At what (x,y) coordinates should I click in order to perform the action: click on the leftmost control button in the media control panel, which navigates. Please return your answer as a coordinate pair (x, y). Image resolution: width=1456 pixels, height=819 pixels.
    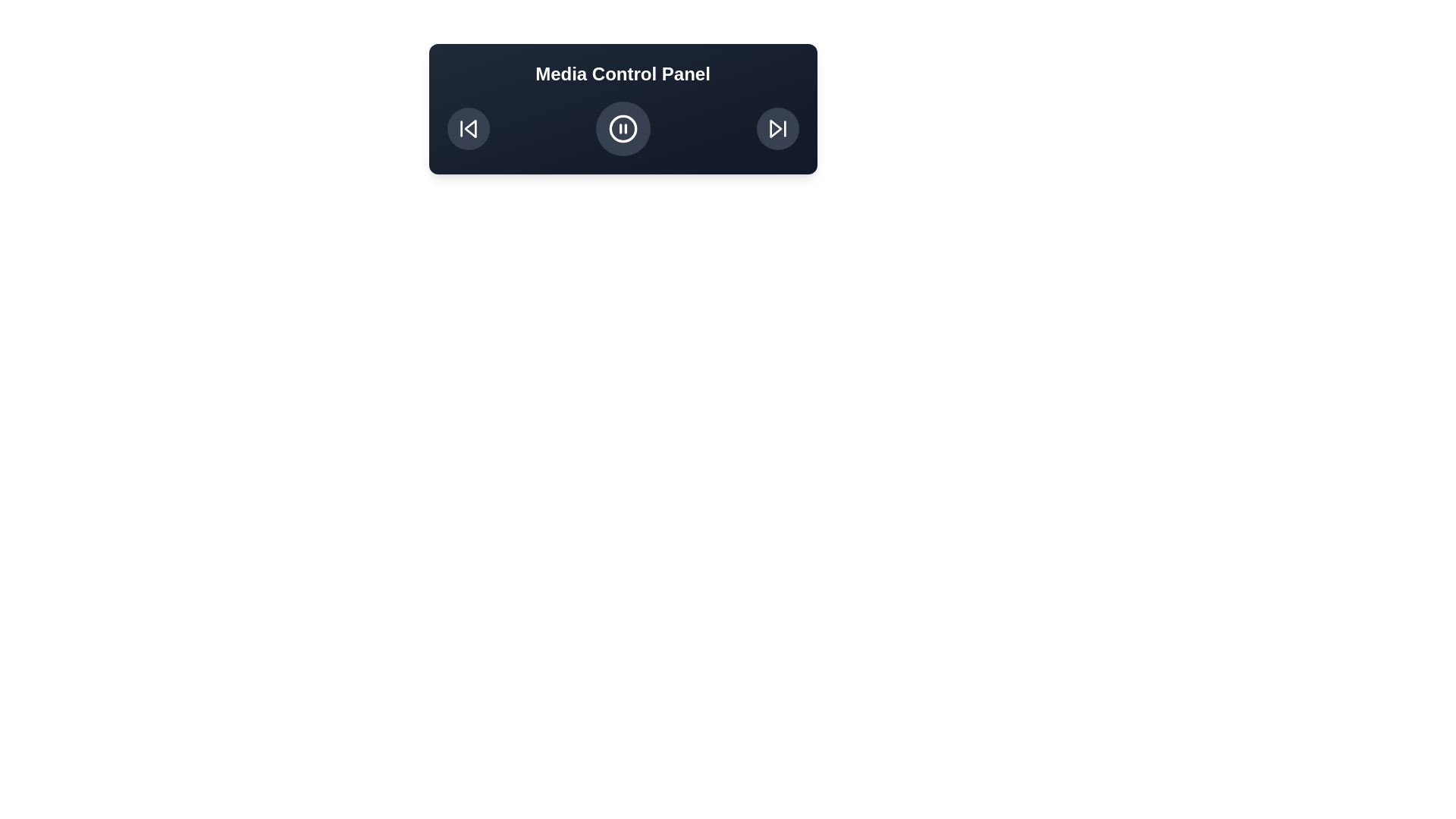
    Looking at the image, I should click on (467, 127).